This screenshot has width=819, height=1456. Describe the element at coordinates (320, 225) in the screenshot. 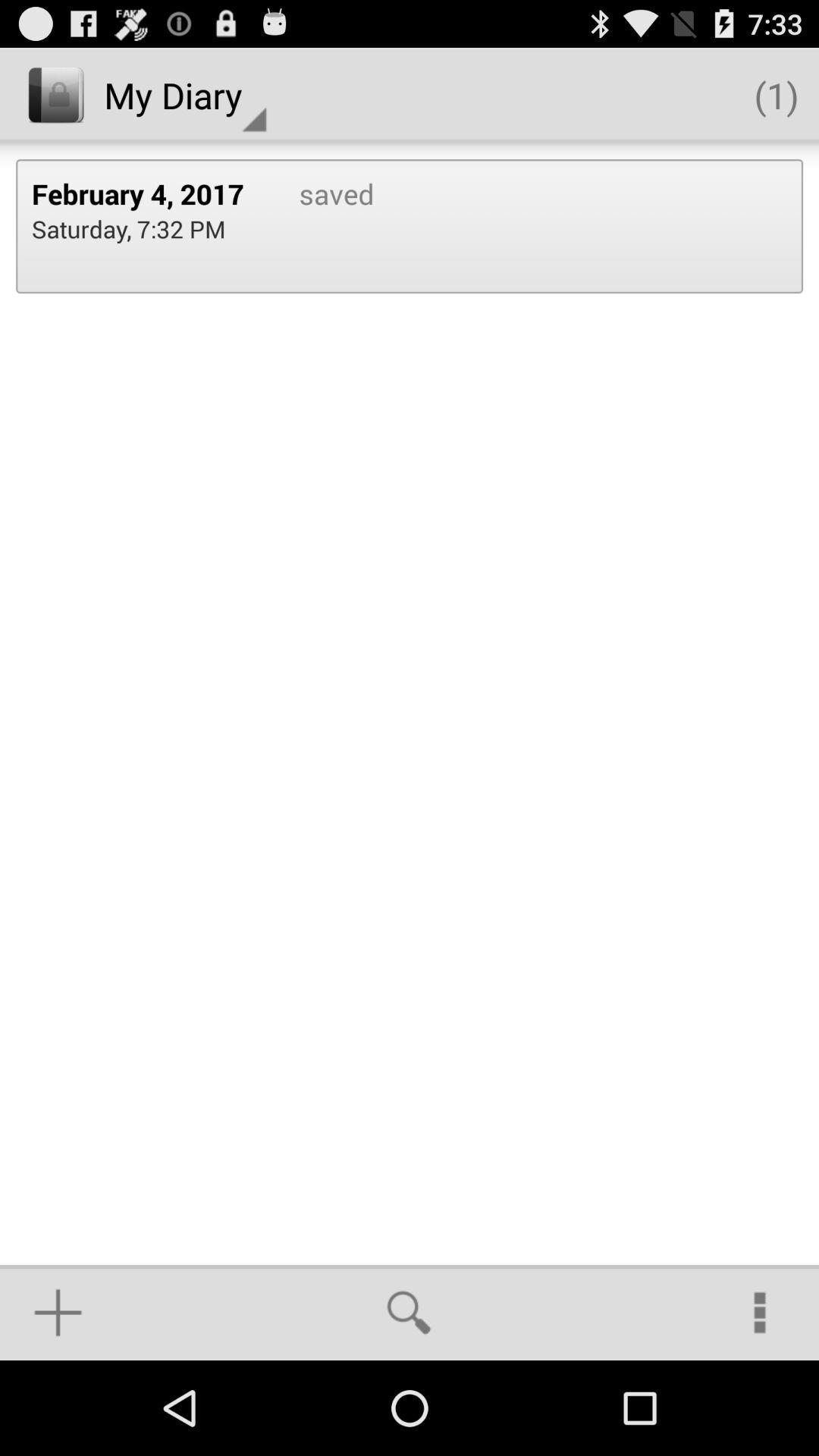

I see `app next to the february 4, 2017` at that location.